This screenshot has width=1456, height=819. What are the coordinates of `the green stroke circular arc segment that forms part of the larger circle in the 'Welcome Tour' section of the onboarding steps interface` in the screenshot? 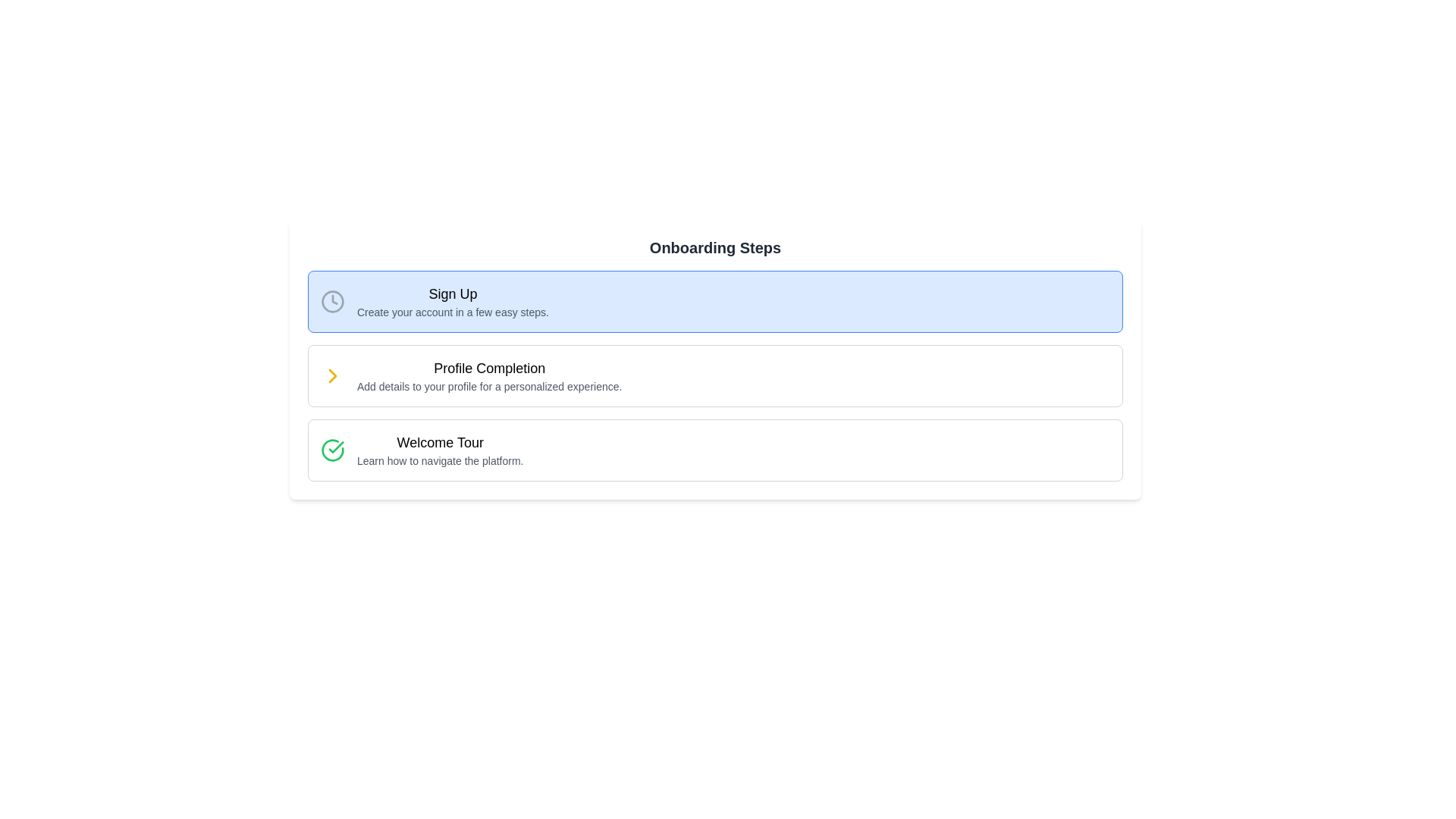 It's located at (331, 450).